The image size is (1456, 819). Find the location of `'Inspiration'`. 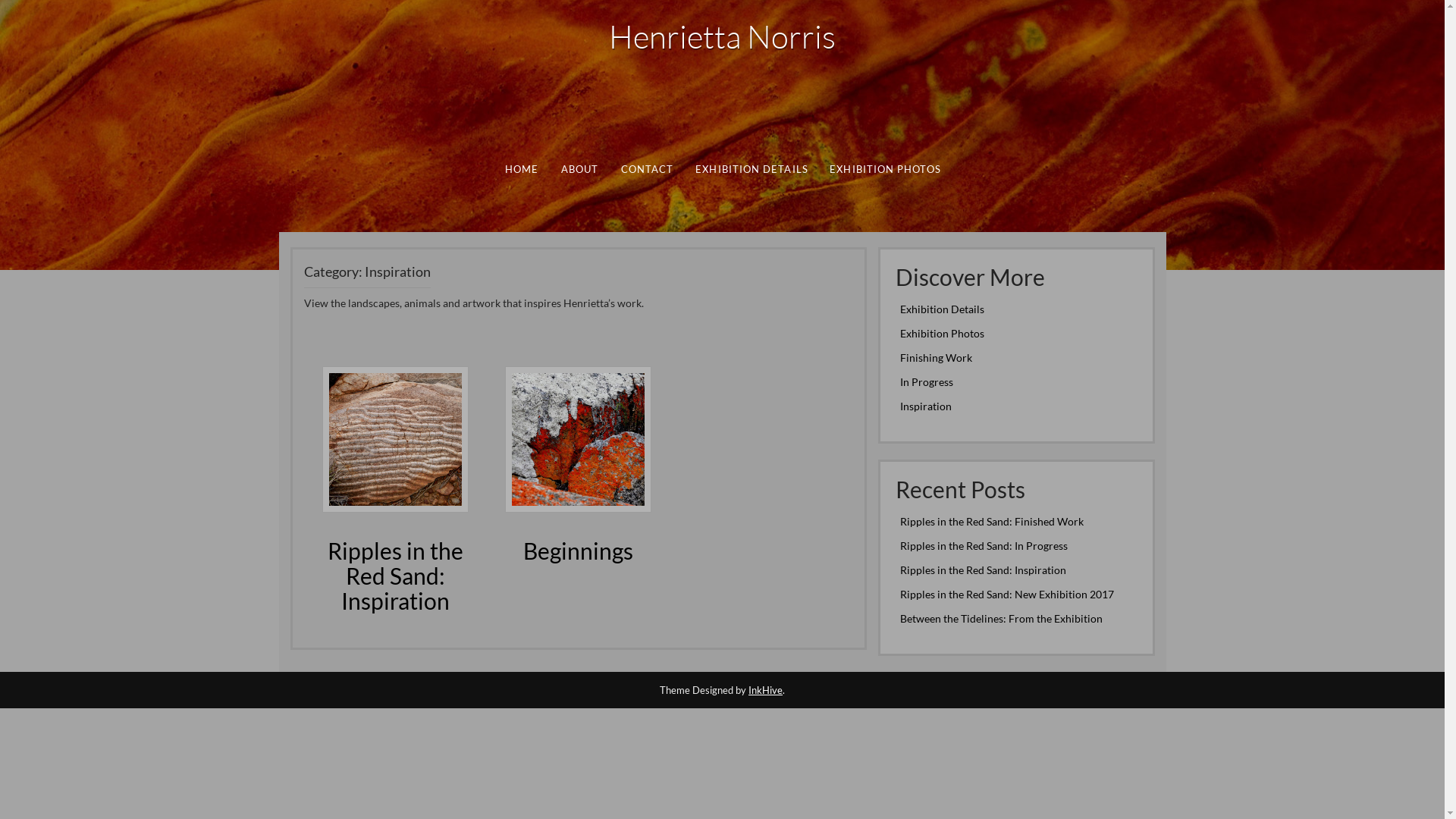

'Inspiration' is located at coordinates (899, 405).